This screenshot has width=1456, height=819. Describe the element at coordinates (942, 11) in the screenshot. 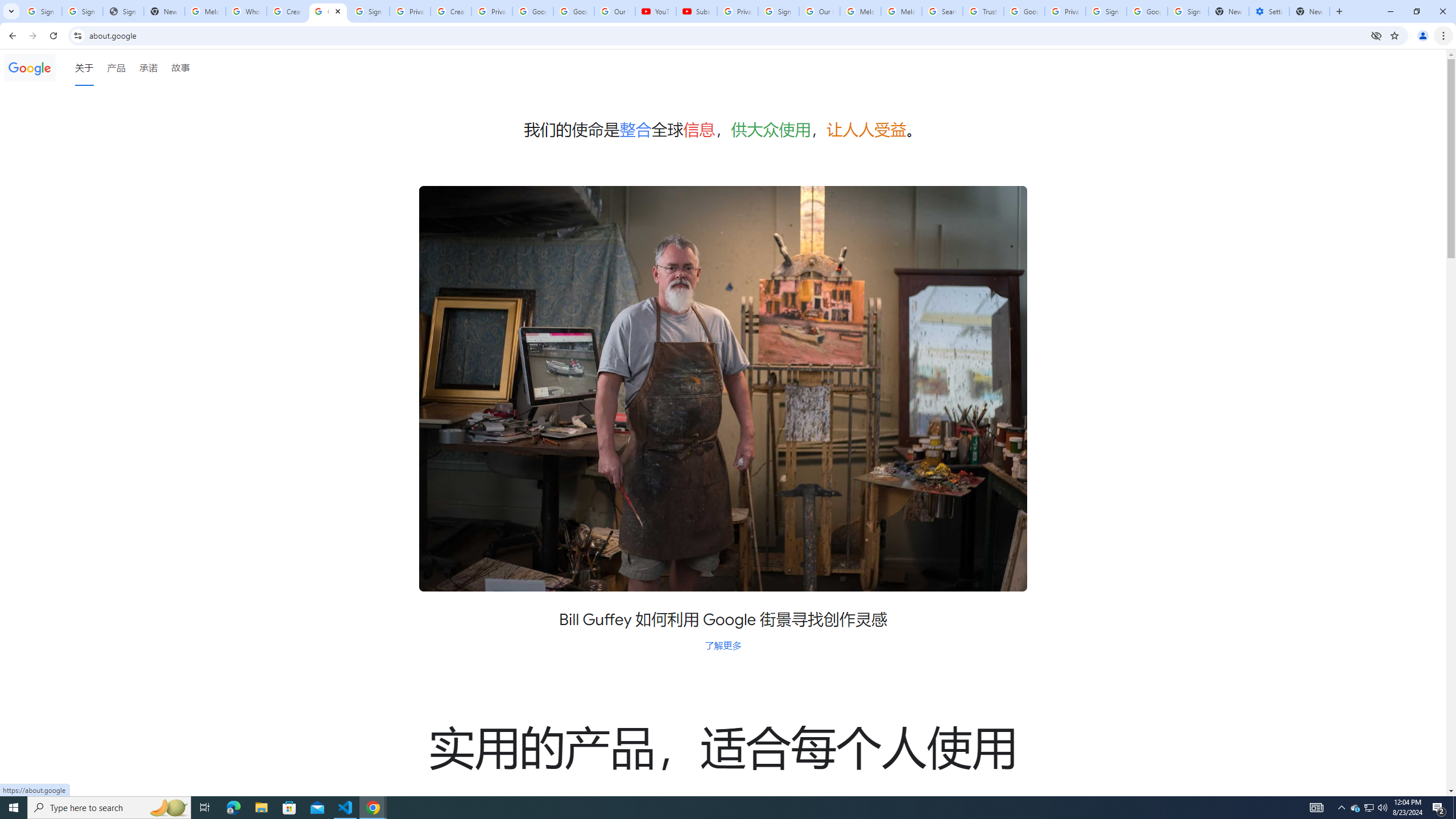

I see `'Search our Doodle Library Collection - Google Doodles'` at that location.